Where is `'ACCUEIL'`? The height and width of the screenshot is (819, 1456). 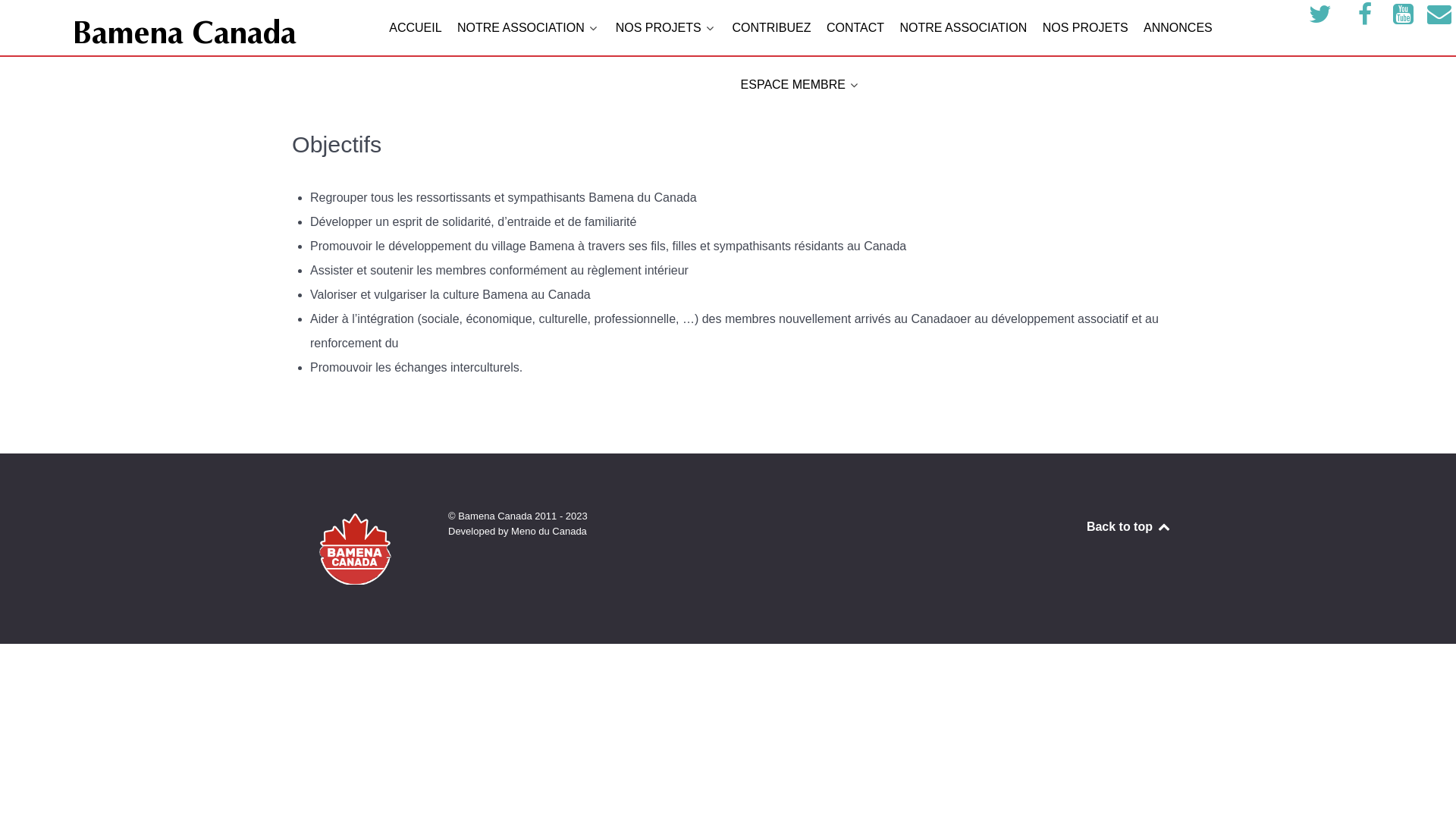
'ACCUEIL' is located at coordinates (389, 29).